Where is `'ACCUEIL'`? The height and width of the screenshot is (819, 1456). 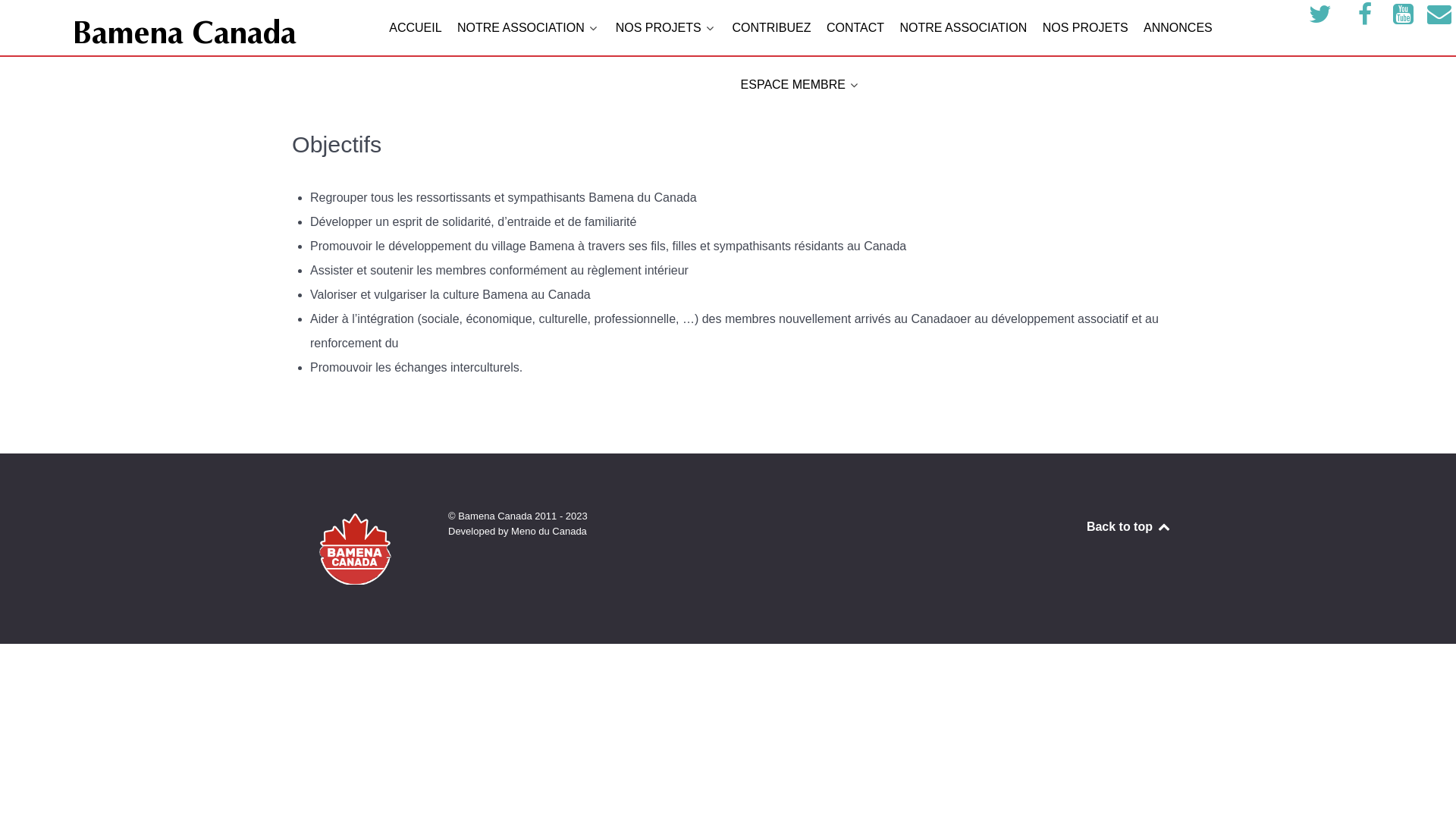
'ACCUEIL' is located at coordinates (389, 29).